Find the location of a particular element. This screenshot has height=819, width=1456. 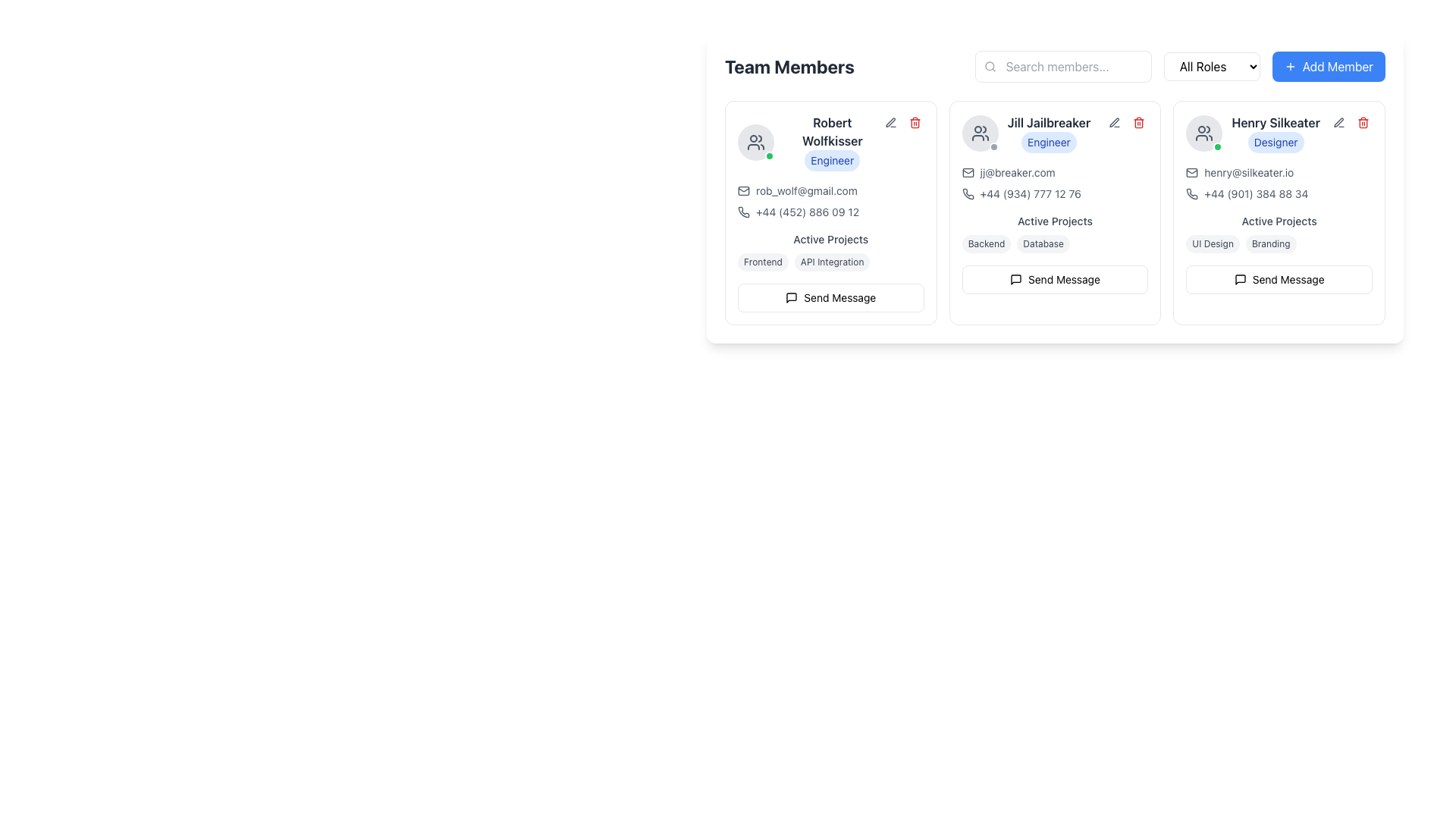

the second label under the 'Active Projects' heading in Jill Jailbreaker's user card, which provides information about a project or skill, located to the right of the 'Backend' tag is located at coordinates (1043, 243).